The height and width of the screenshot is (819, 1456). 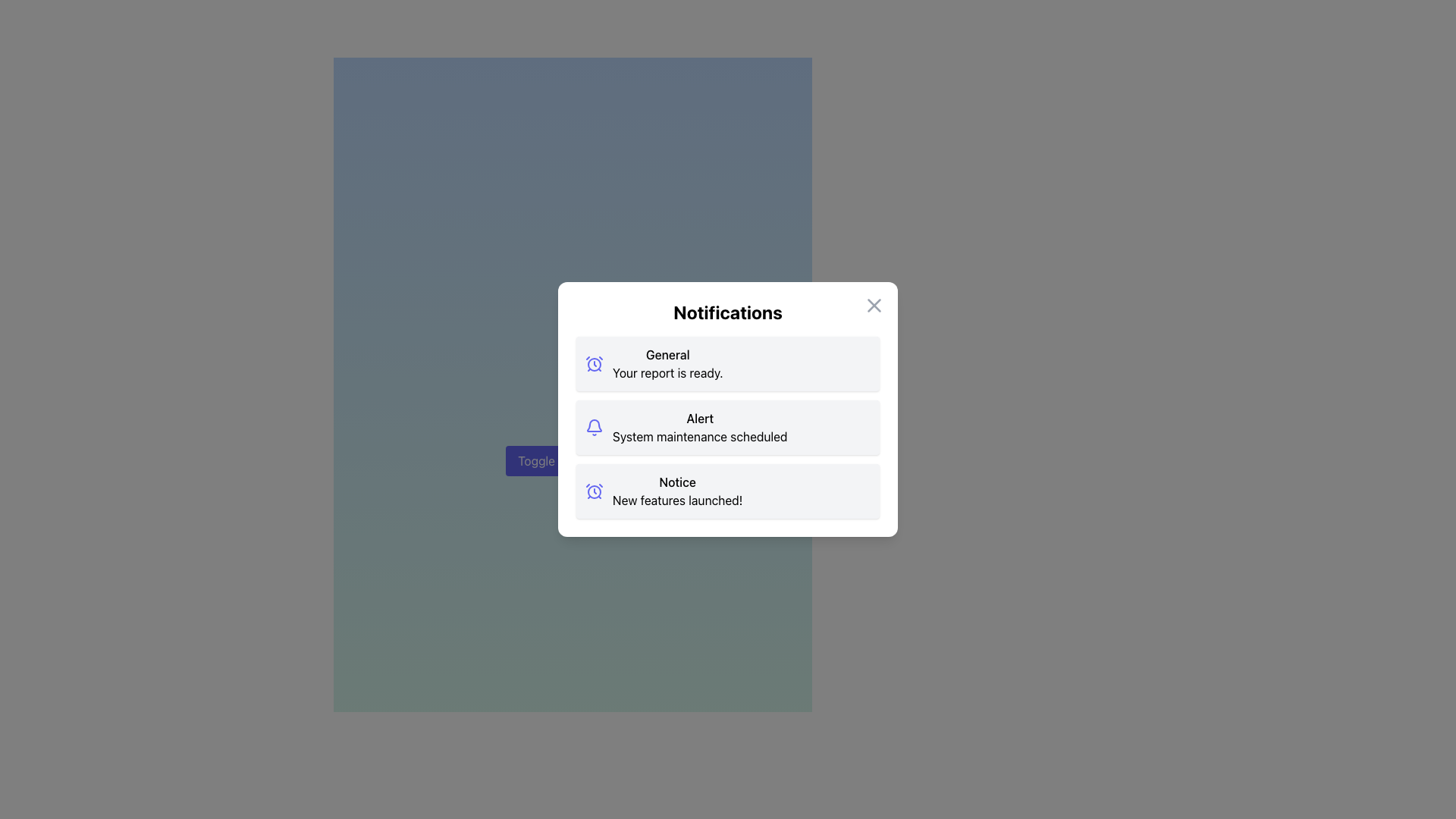 I want to click on the static text element that reads 'Your report is ready.', located under the 'General' label in the first notification card, so click(x=667, y=373).